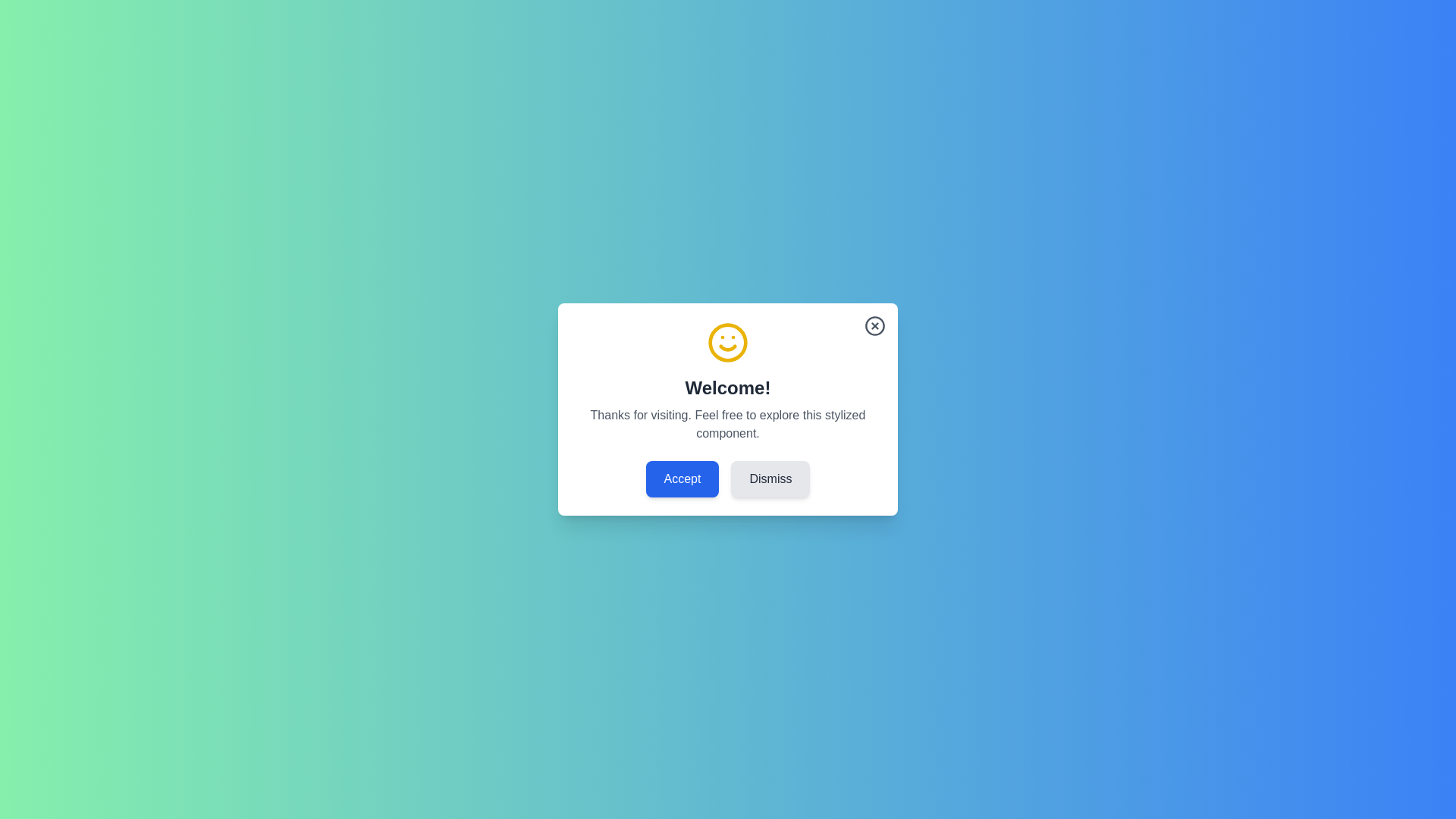  I want to click on the 'Dismiss' button to dismiss the dialog, so click(770, 479).